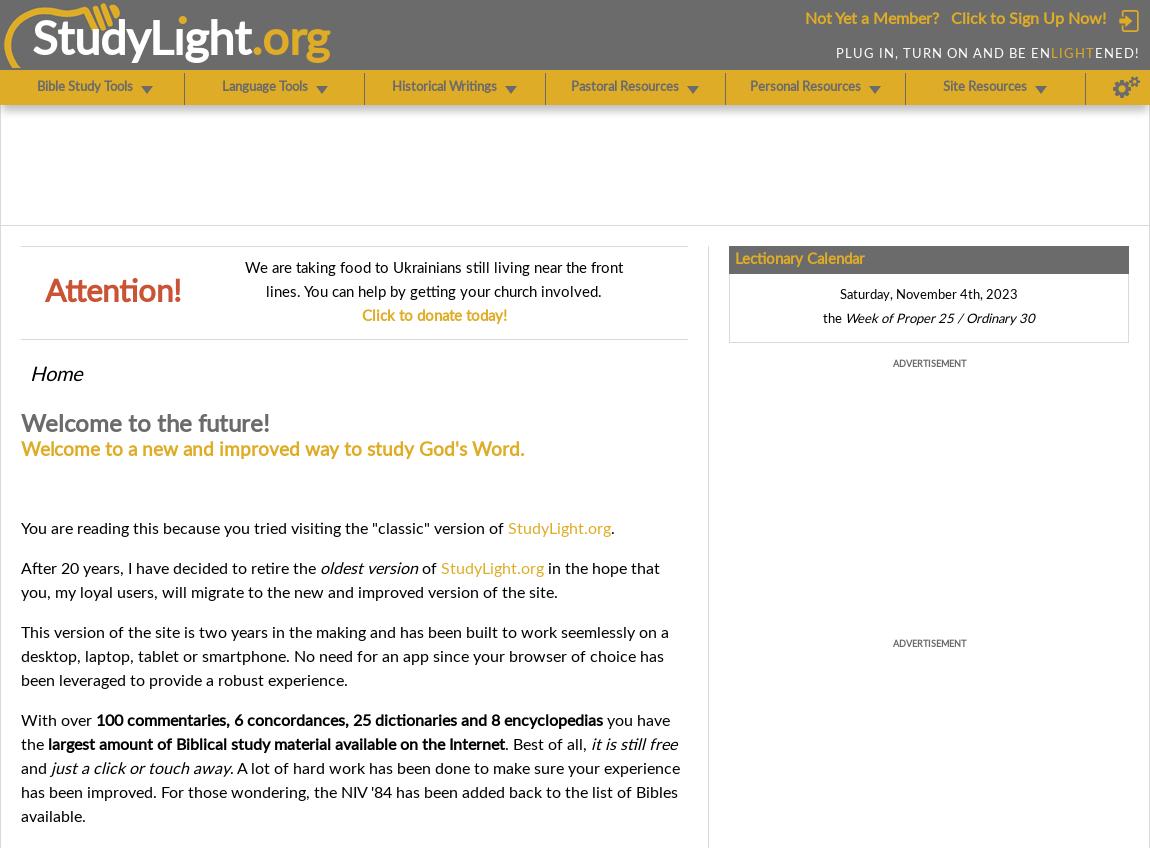 The width and height of the screenshot is (1150, 848). Describe the element at coordinates (634, 87) in the screenshot. I see `'toral Resources'` at that location.